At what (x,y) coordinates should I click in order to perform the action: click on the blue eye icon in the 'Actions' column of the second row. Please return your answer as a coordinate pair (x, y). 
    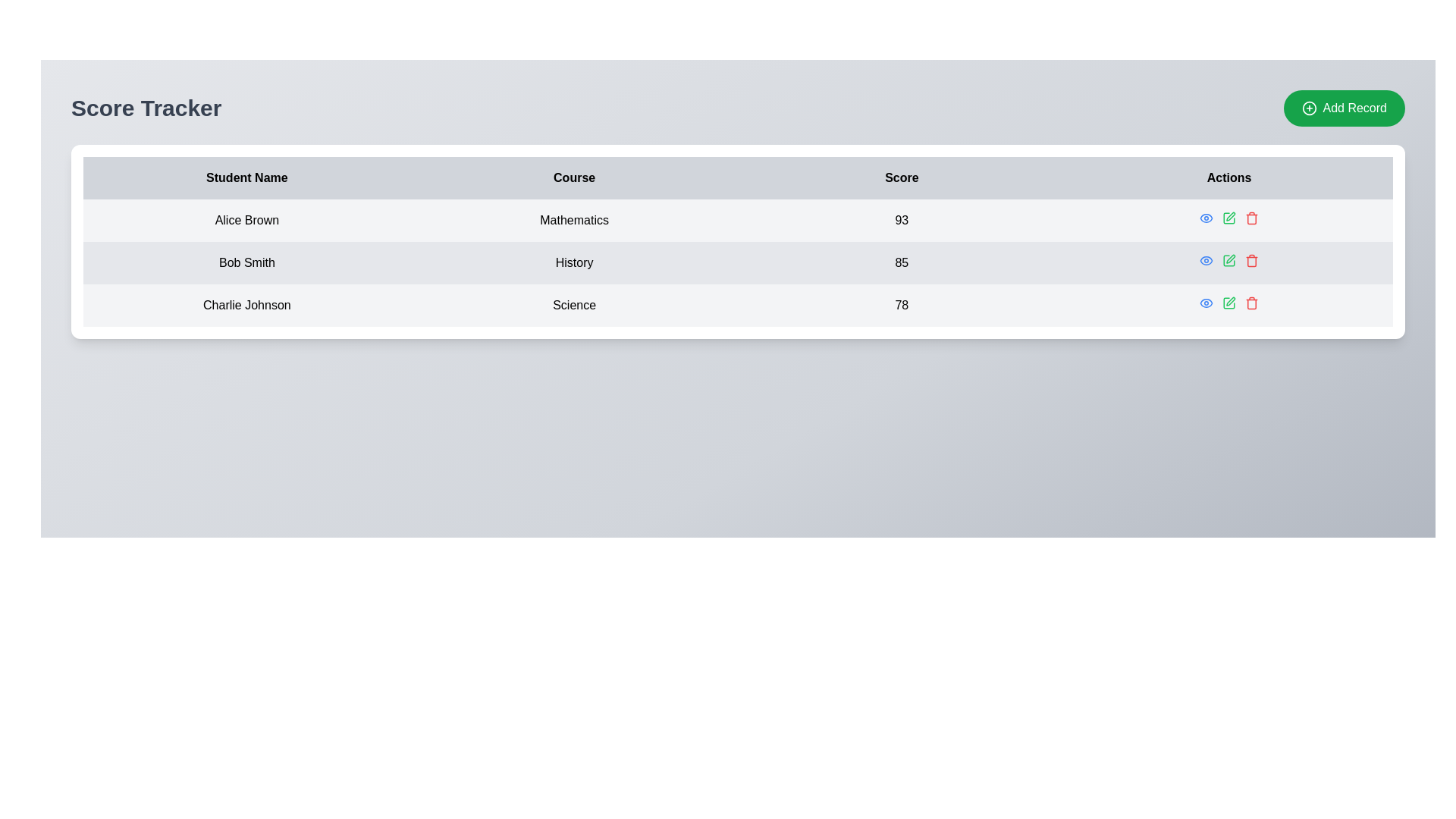
    Looking at the image, I should click on (1205, 218).